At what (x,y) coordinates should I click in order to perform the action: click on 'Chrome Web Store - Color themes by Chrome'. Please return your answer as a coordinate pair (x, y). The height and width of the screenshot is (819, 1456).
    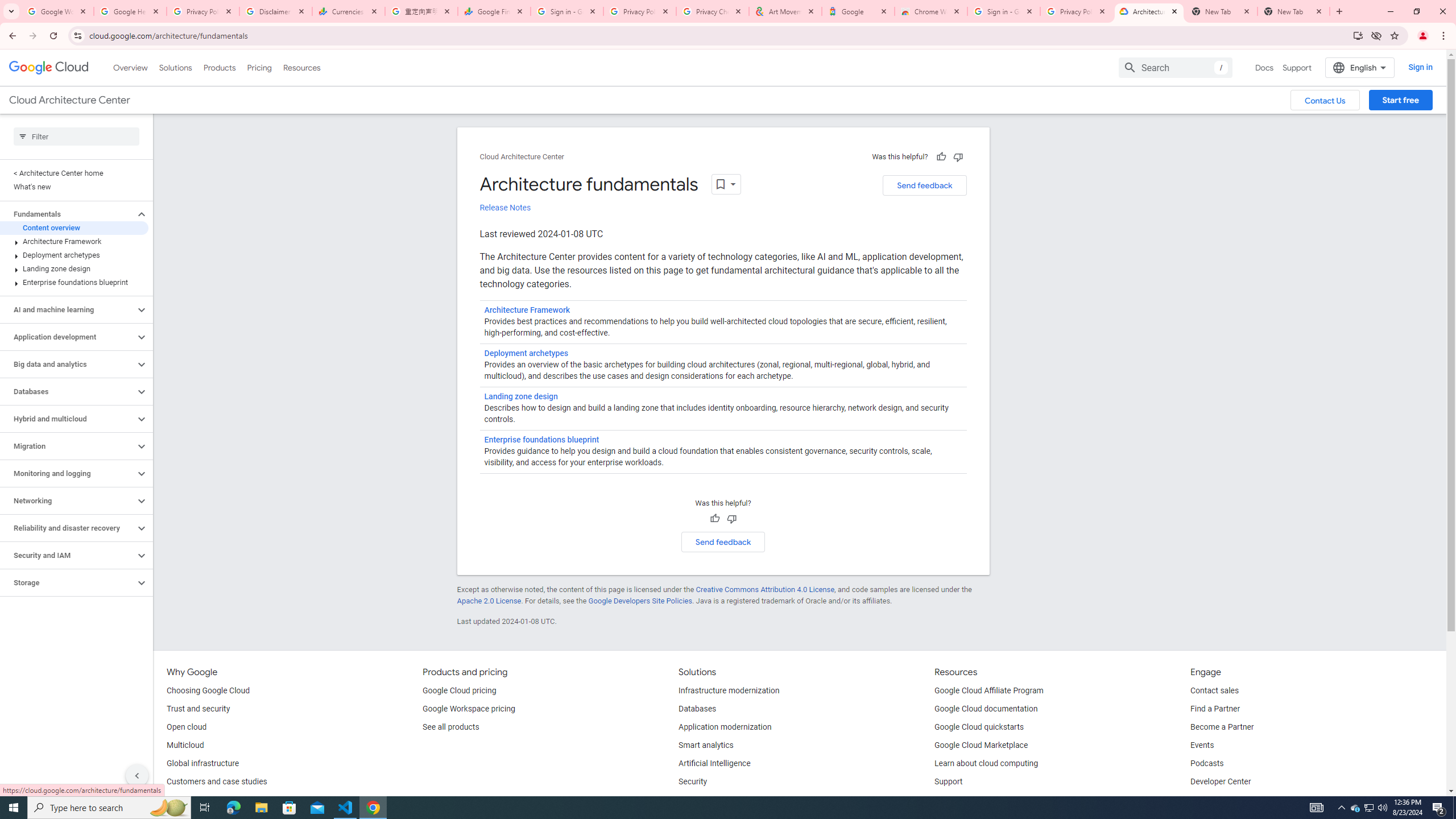
    Looking at the image, I should click on (930, 11).